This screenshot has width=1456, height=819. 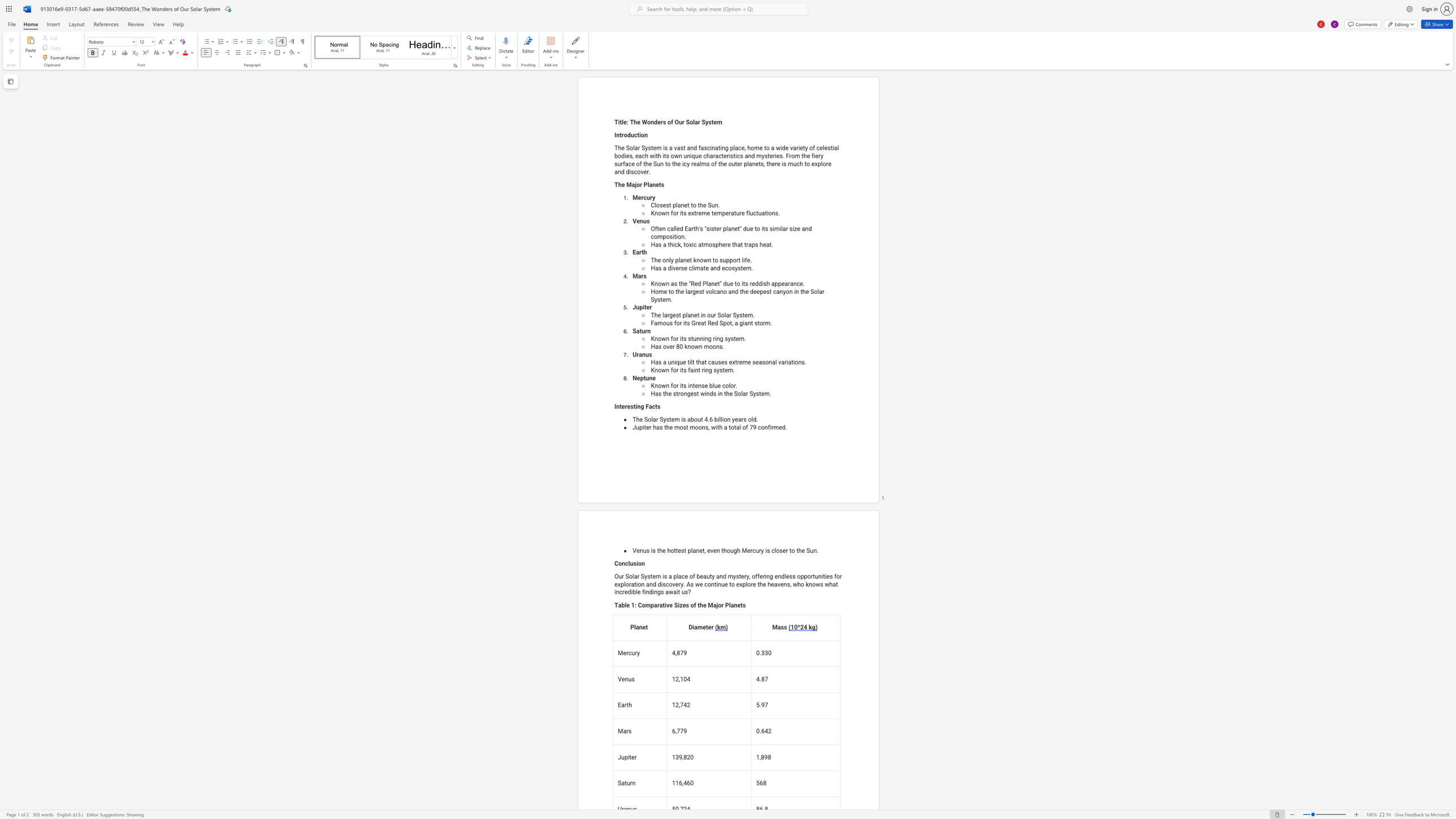 What do you see at coordinates (709, 229) in the screenshot?
I see `the subset text "ister planet" within the text "Often called Earth"` at bounding box center [709, 229].